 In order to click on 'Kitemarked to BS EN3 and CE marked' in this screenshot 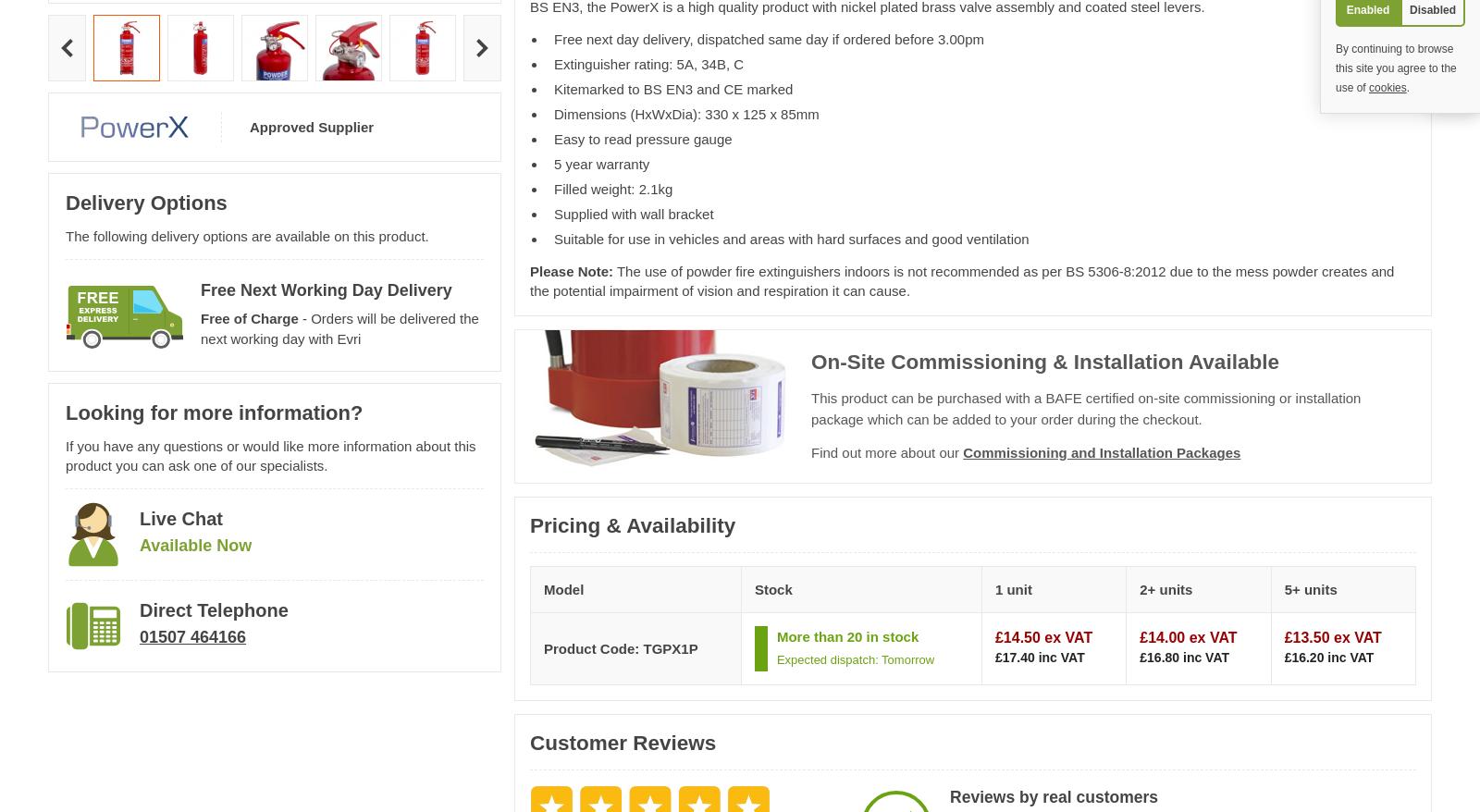, I will do `click(673, 88)`.